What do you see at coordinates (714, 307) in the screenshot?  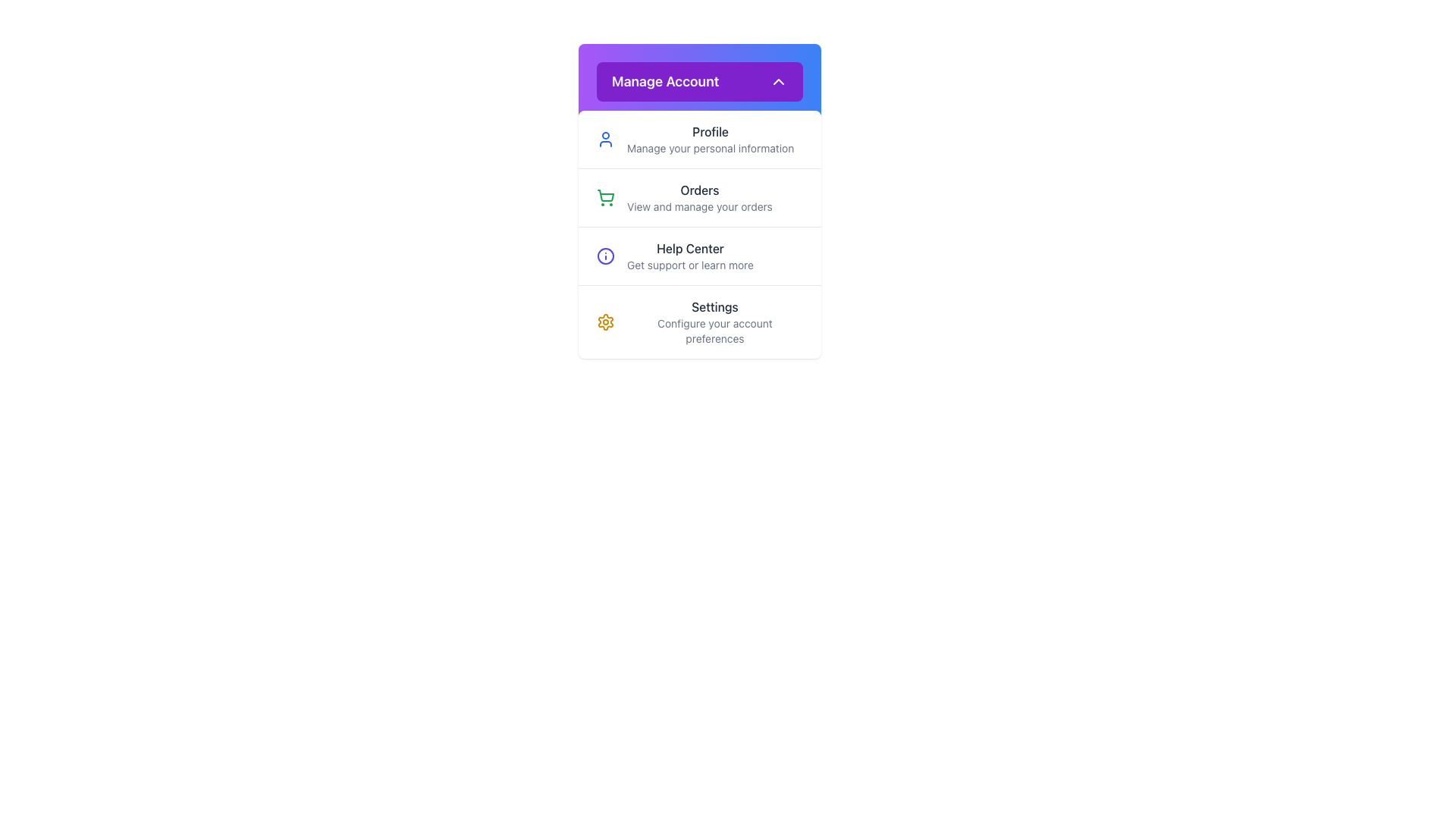 I see `the static text label that serves as a descriptive heading for the settings section in the dropdown menu under 'Manage Account'` at bounding box center [714, 307].